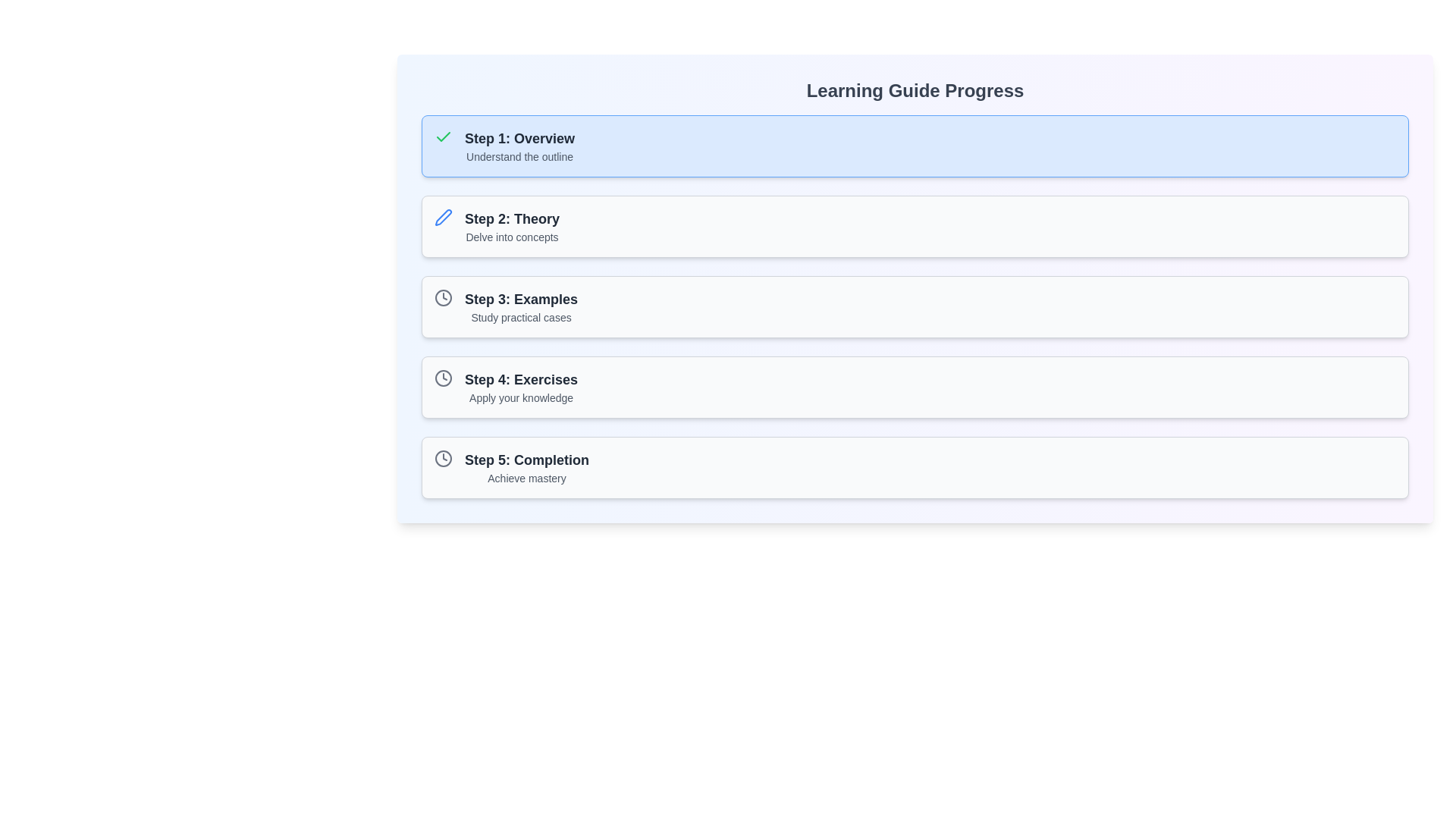  Describe the element at coordinates (527, 459) in the screenshot. I see `the static text element that serves as the title for Step 5 in the multi-step progress guide, located directly above the 'Achieve mastery' subtitle` at that location.